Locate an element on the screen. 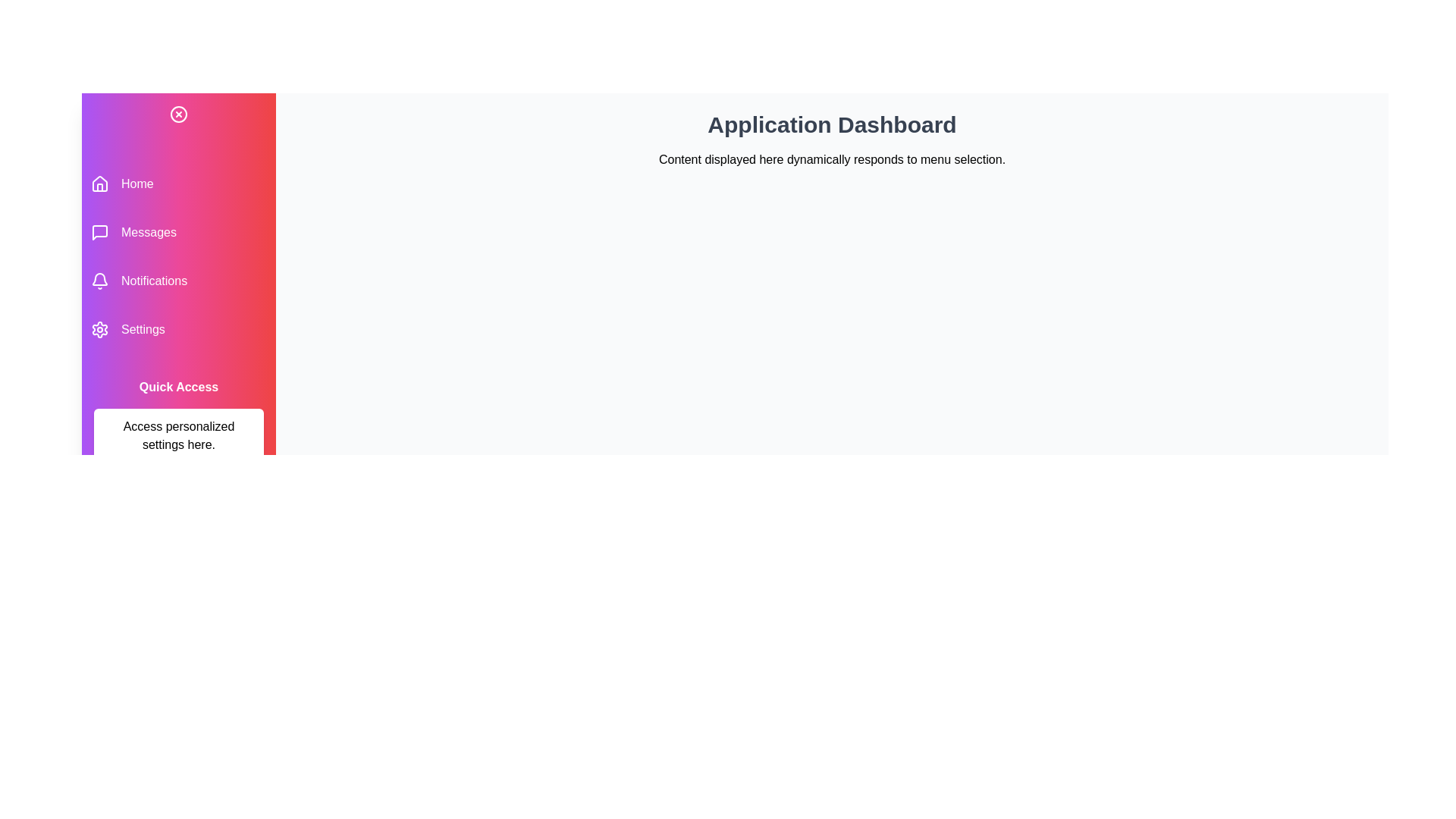 This screenshot has height=819, width=1456. the descriptive text area in the main content section to focus on it is located at coordinates (831, 160).